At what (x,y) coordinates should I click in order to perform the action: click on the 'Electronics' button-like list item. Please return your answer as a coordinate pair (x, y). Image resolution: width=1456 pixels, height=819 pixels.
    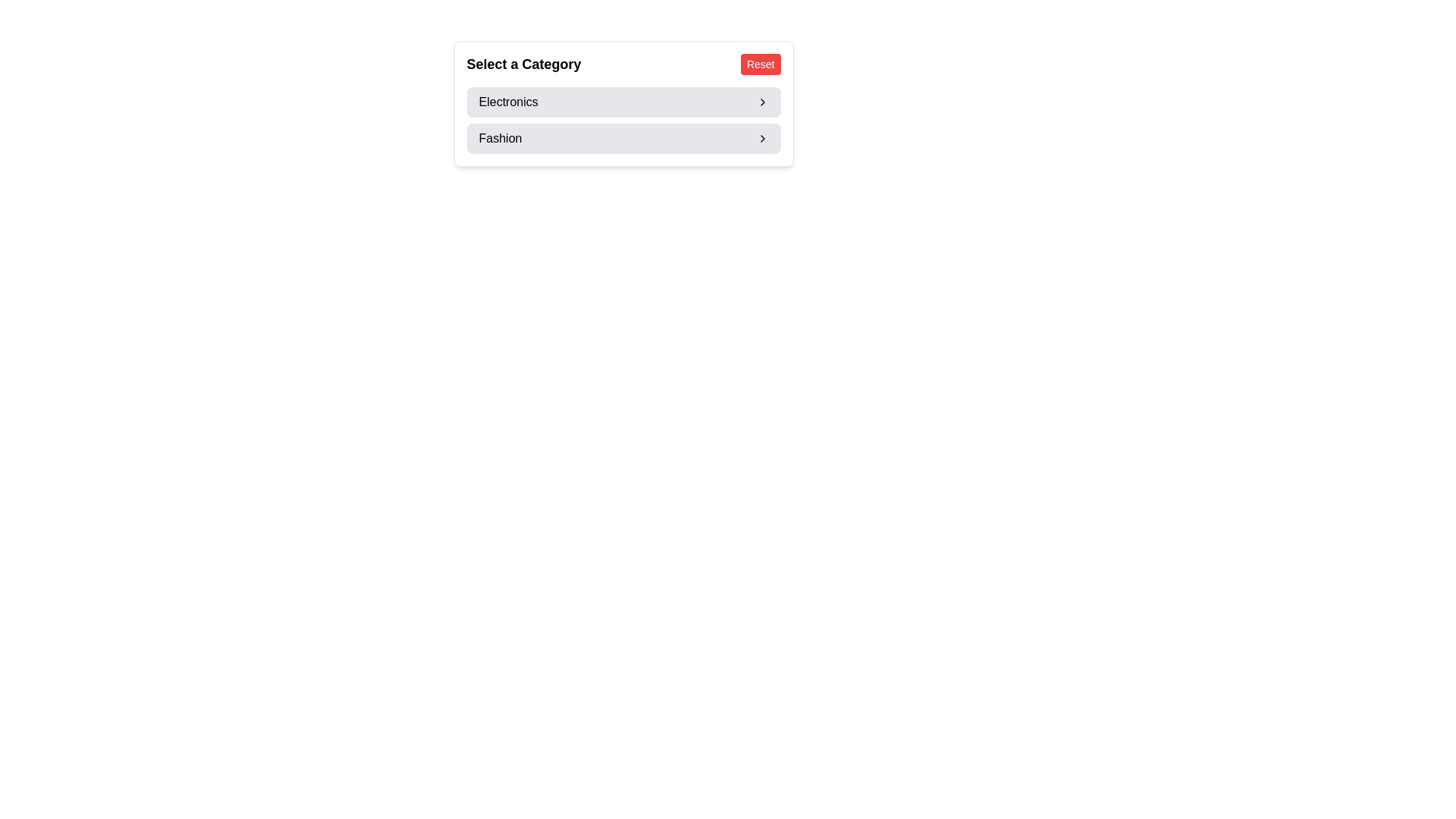
    Looking at the image, I should click on (623, 102).